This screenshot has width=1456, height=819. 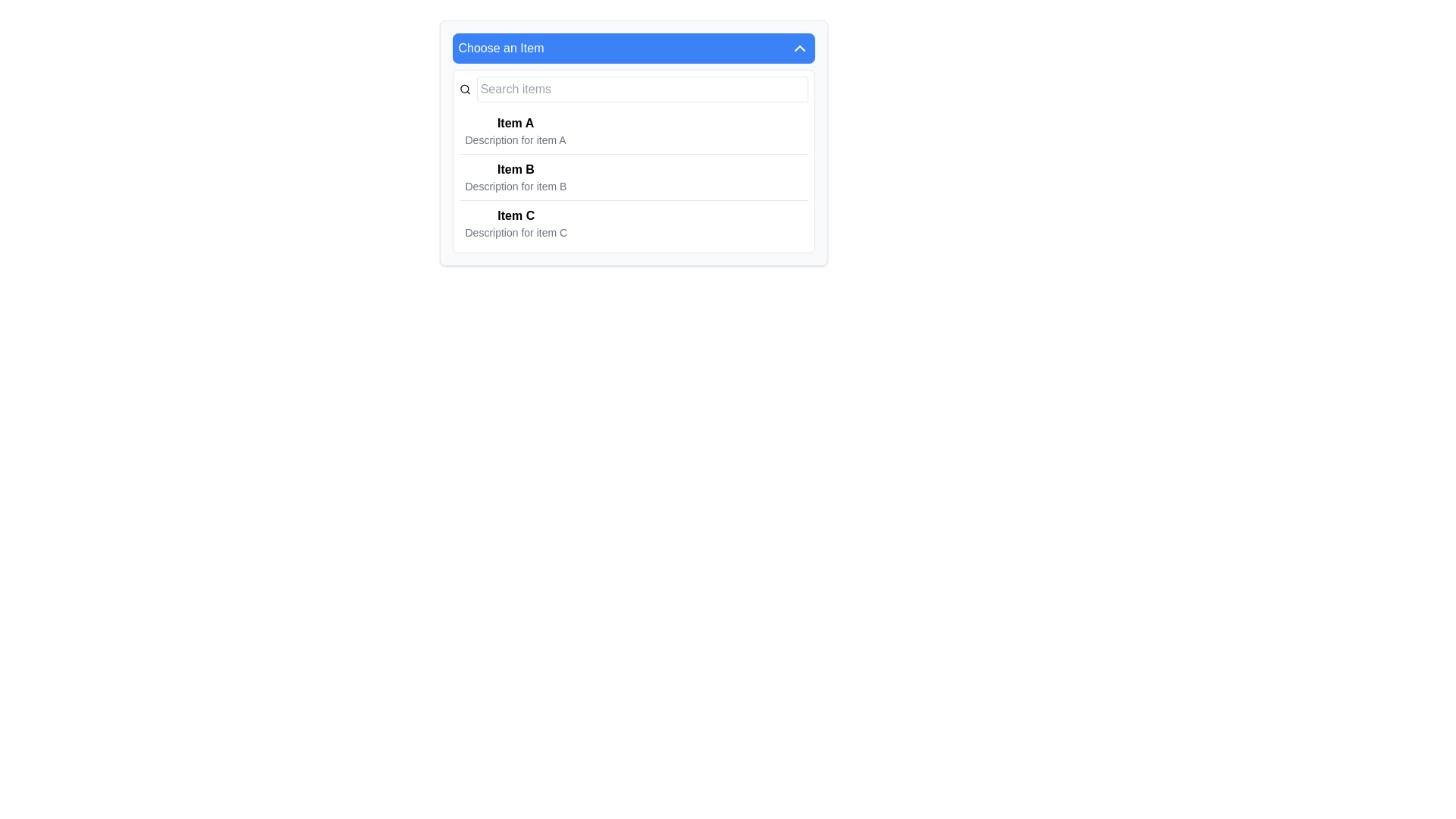 I want to click on the icon that toggles the expanded or collapsed state of the 'Choose an Item' dropdown menu located at the top-right corner of the blue header bar, so click(x=799, y=48).